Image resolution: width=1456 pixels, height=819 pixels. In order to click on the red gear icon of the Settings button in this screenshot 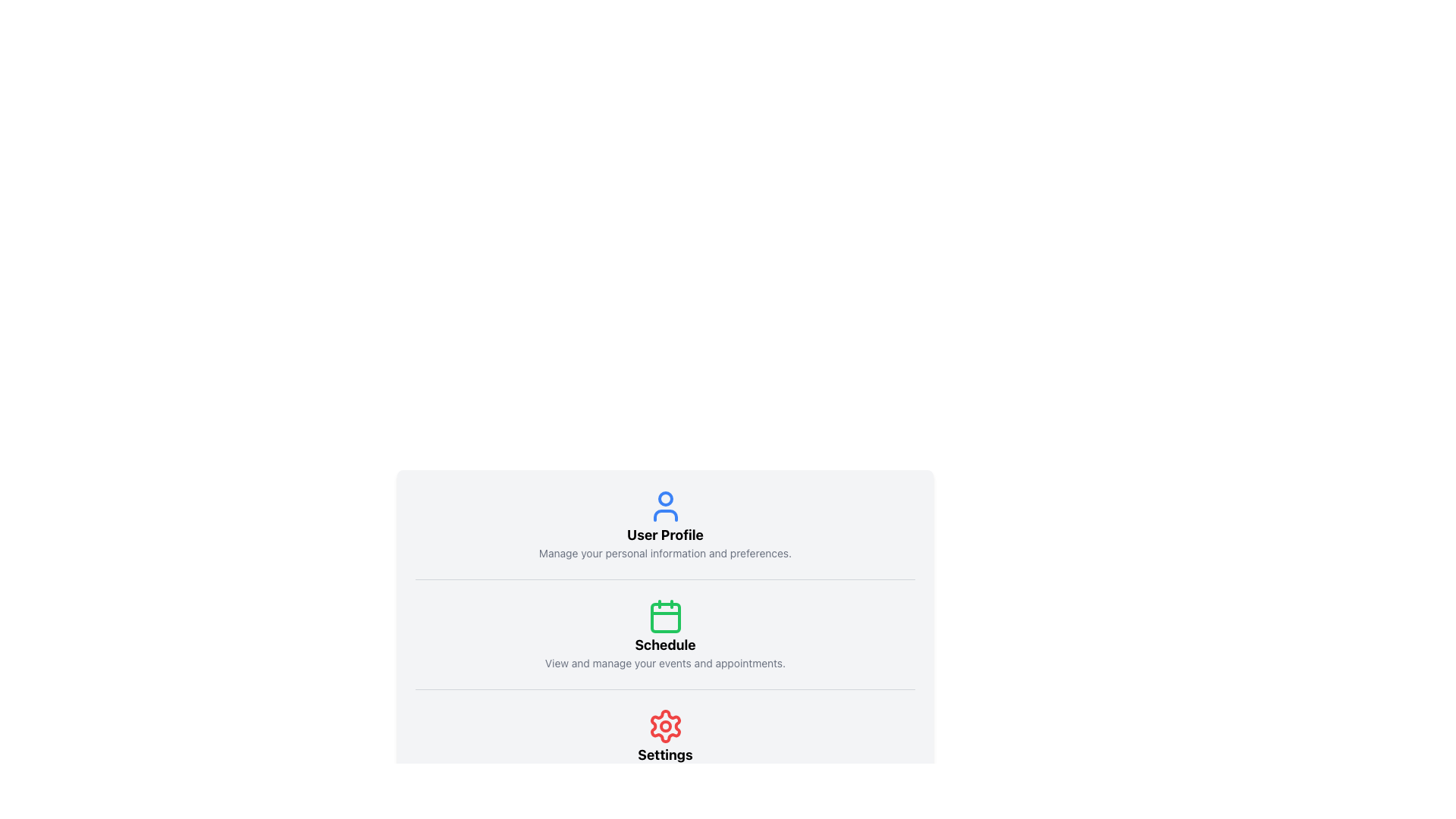, I will do `click(665, 744)`.